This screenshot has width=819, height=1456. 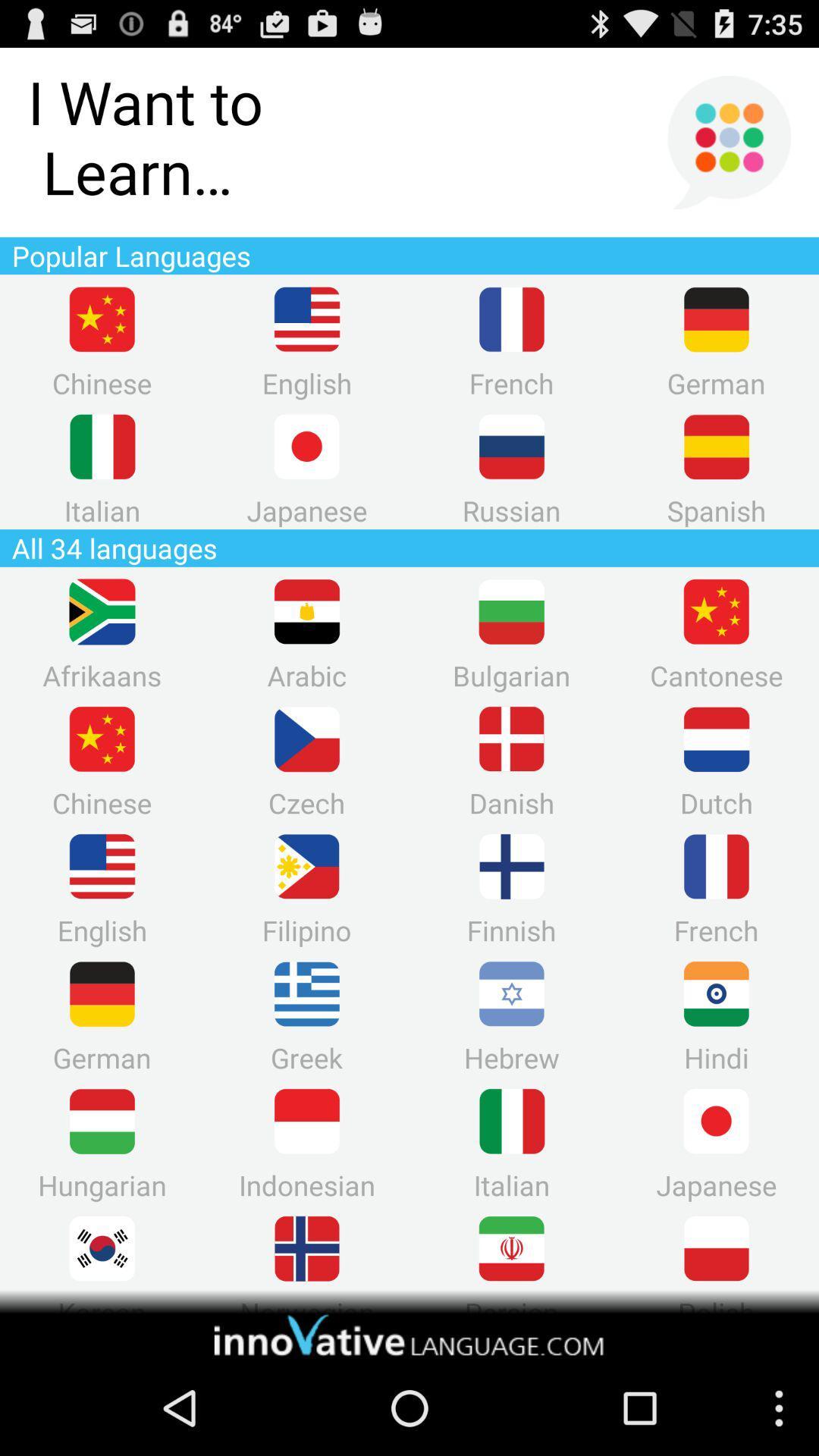 What do you see at coordinates (717, 927) in the screenshot?
I see `the pause icon` at bounding box center [717, 927].